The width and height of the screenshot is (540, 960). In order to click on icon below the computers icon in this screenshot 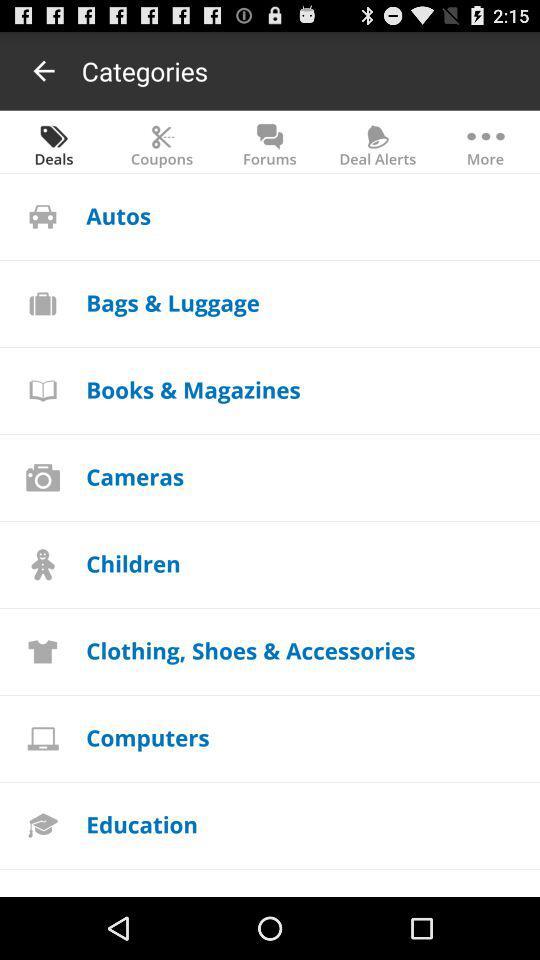, I will do `click(141, 824)`.